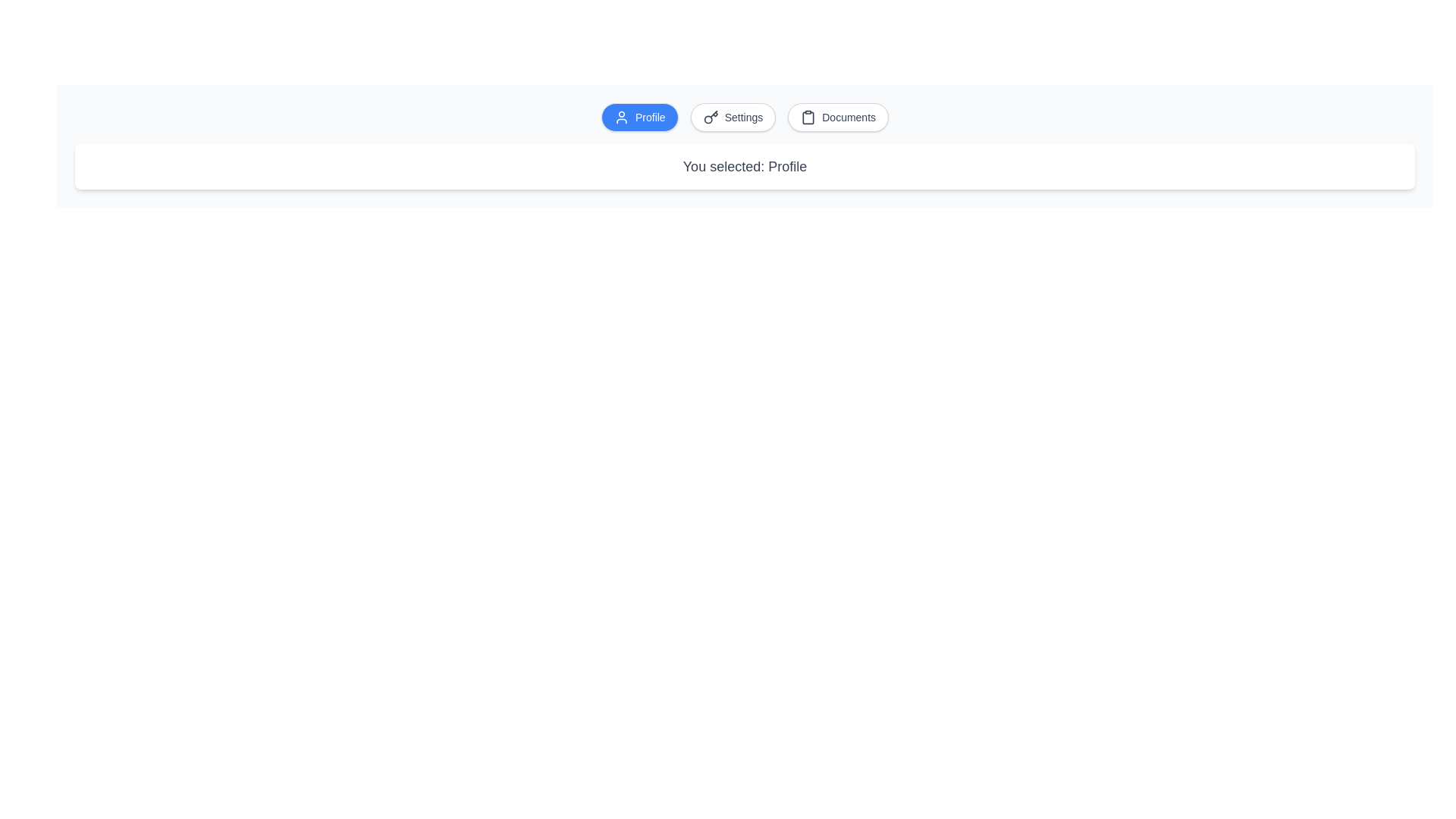 This screenshot has width=1456, height=819. Describe the element at coordinates (733, 116) in the screenshot. I see `the 'Settings' button, which is the second button in a horizontal alignment of three buttons at the top bar of the interface` at that location.